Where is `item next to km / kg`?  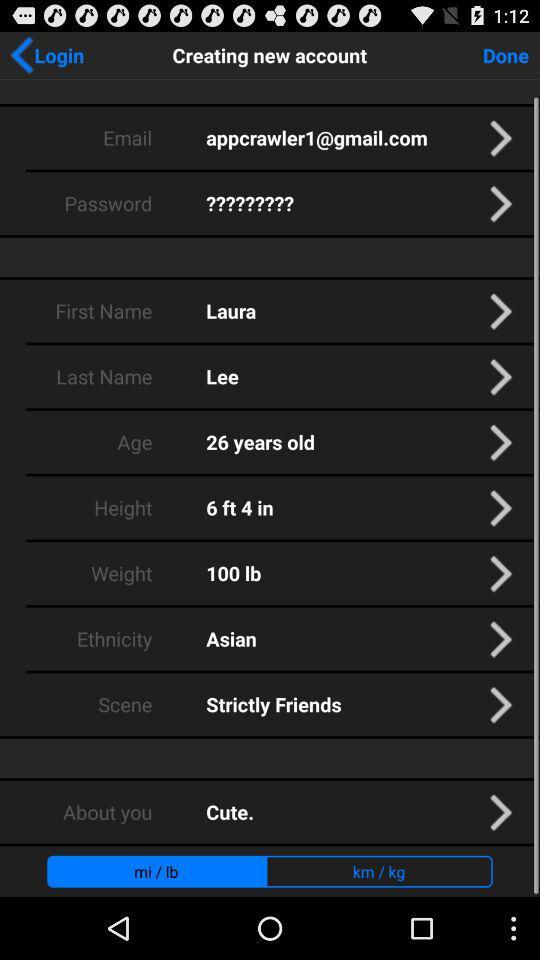
item next to km / kg is located at coordinates (155, 870).